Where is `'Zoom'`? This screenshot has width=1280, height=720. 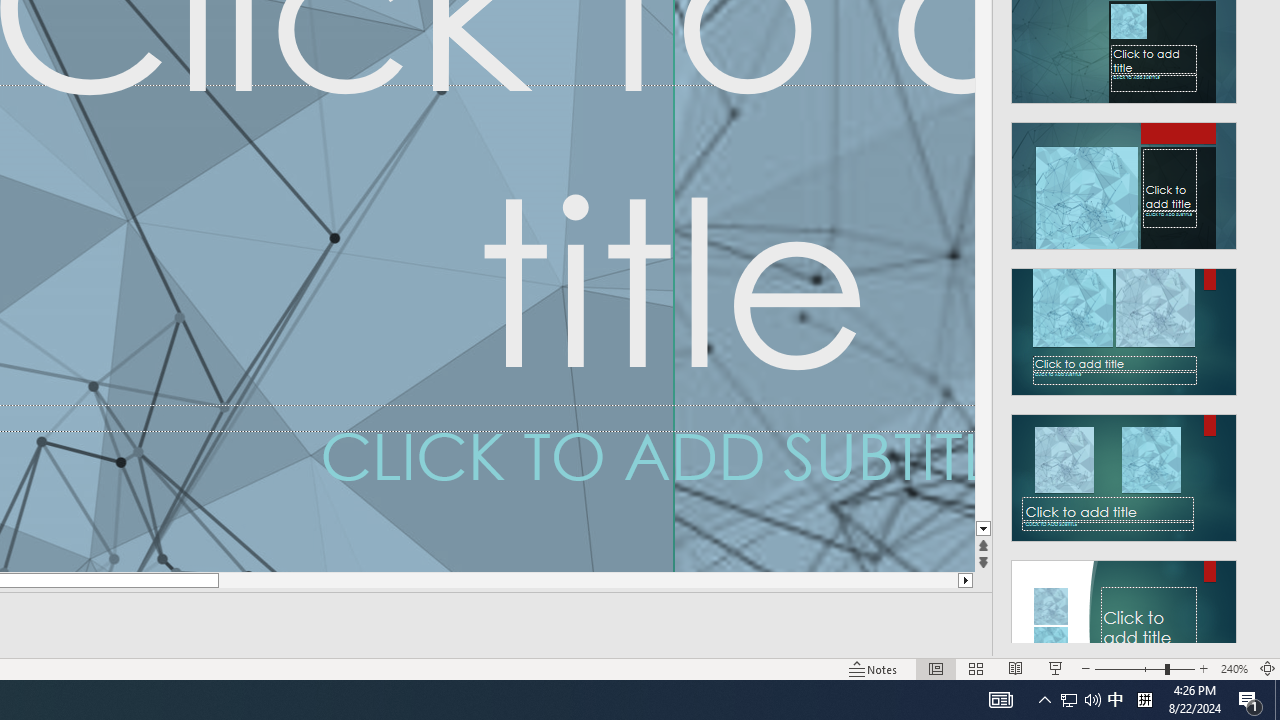 'Zoom' is located at coordinates (1144, 669).